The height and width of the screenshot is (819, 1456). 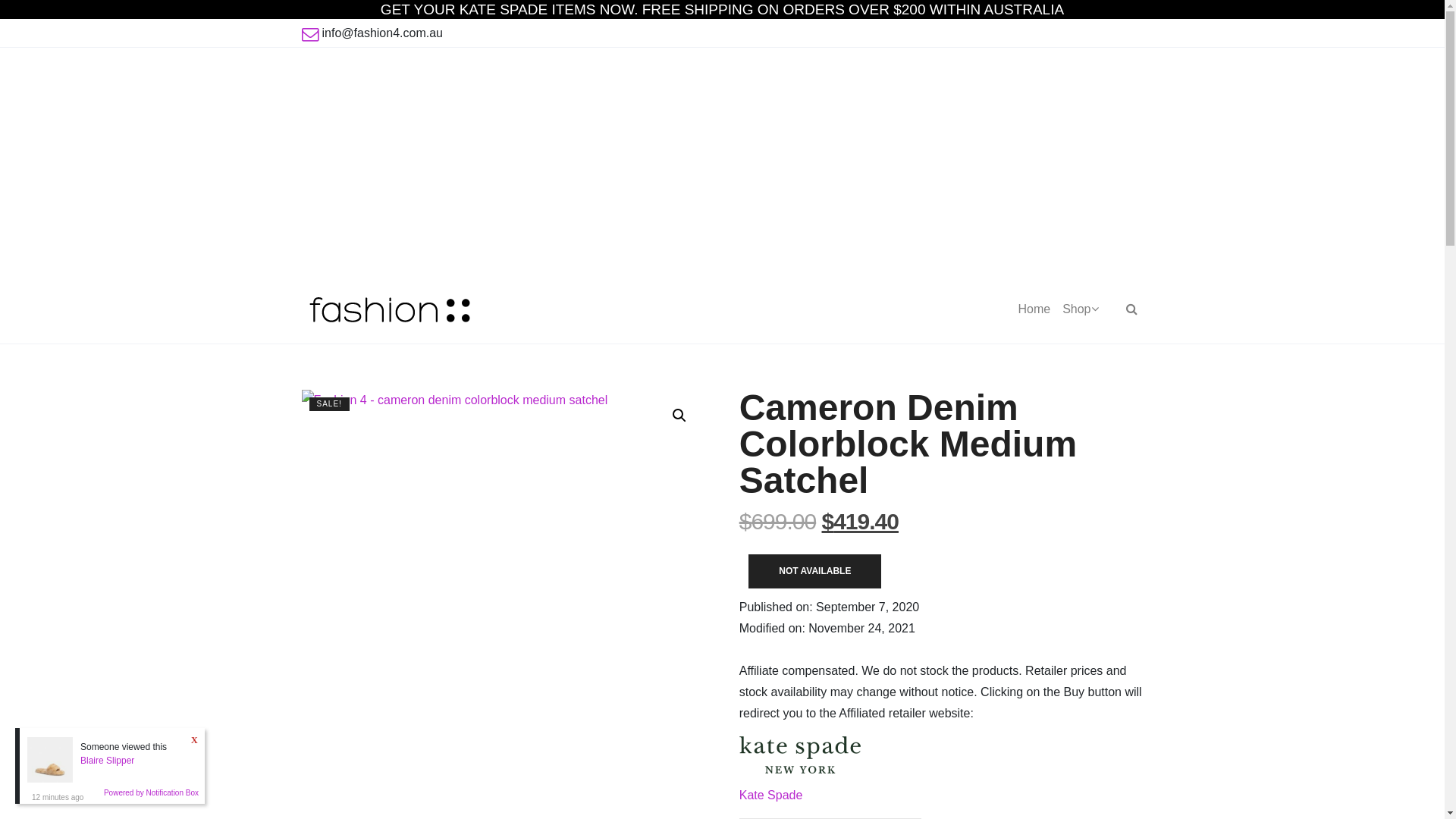 What do you see at coordinates (739, 774) in the screenshot?
I see `'Kate Spade'` at bounding box center [739, 774].